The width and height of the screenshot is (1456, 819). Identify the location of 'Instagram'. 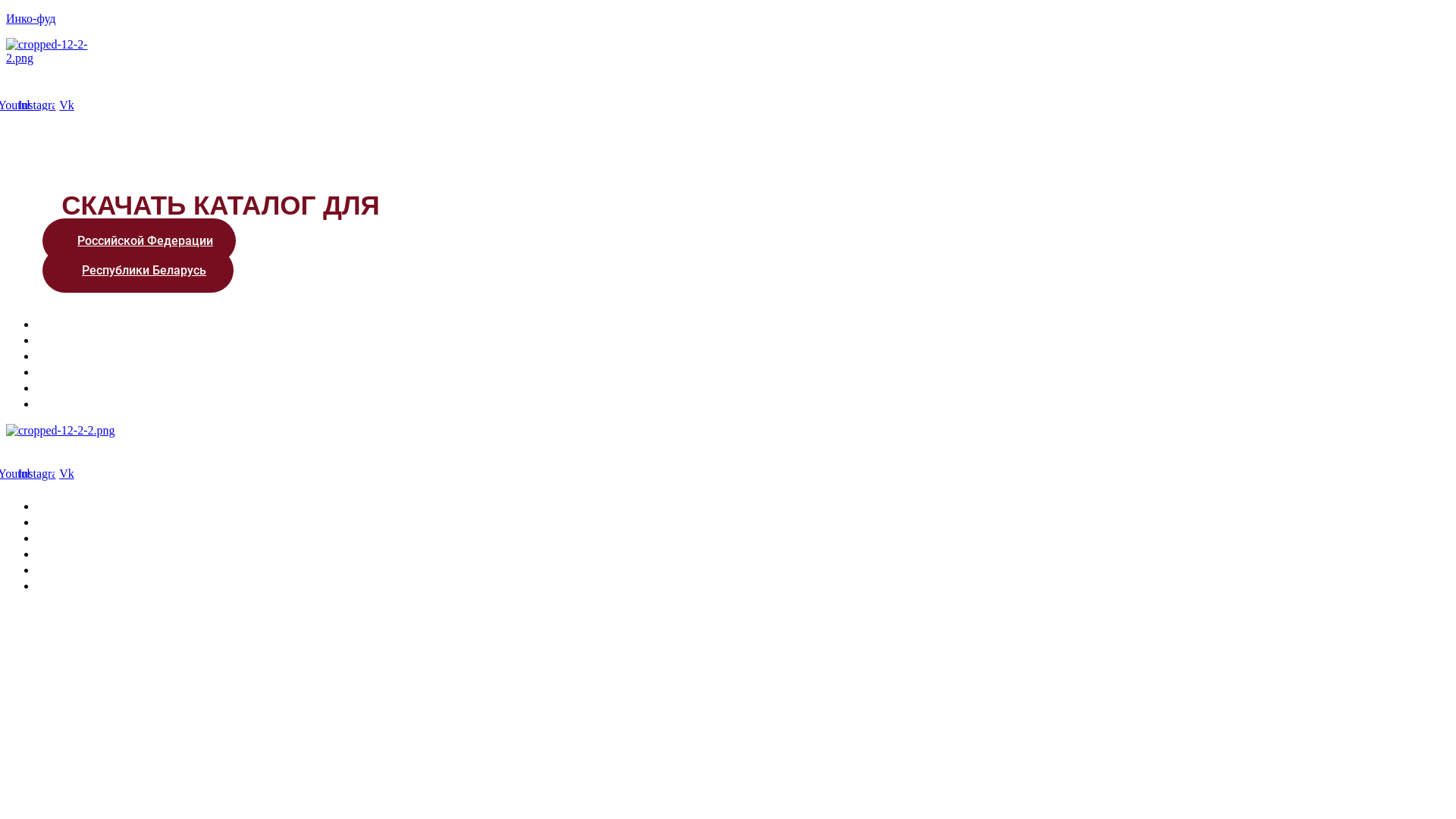
(42, 472).